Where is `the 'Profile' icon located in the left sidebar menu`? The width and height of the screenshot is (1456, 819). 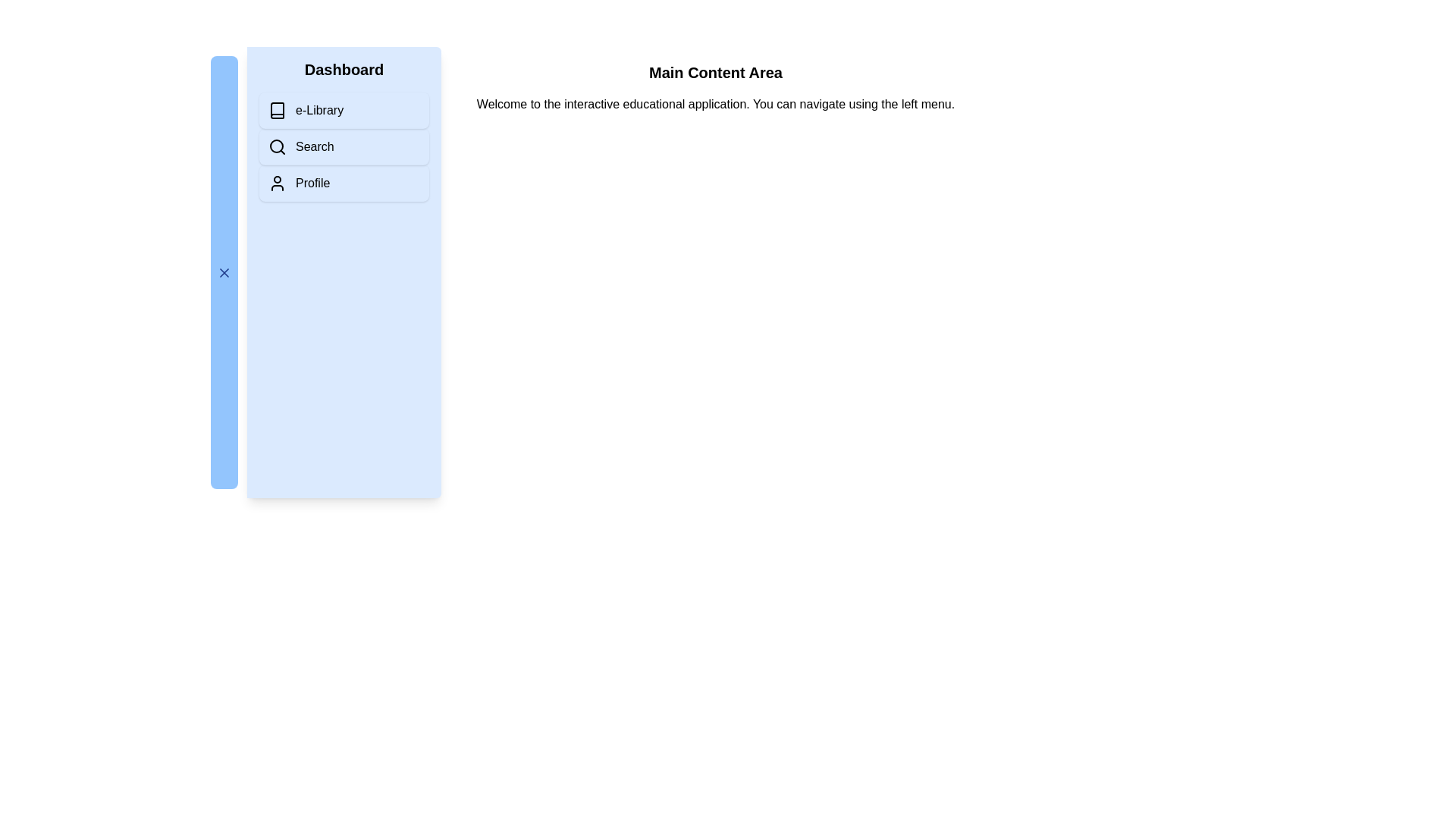 the 'Profile' icon located in the left sidebar menu is located at coordinates (277, 183).